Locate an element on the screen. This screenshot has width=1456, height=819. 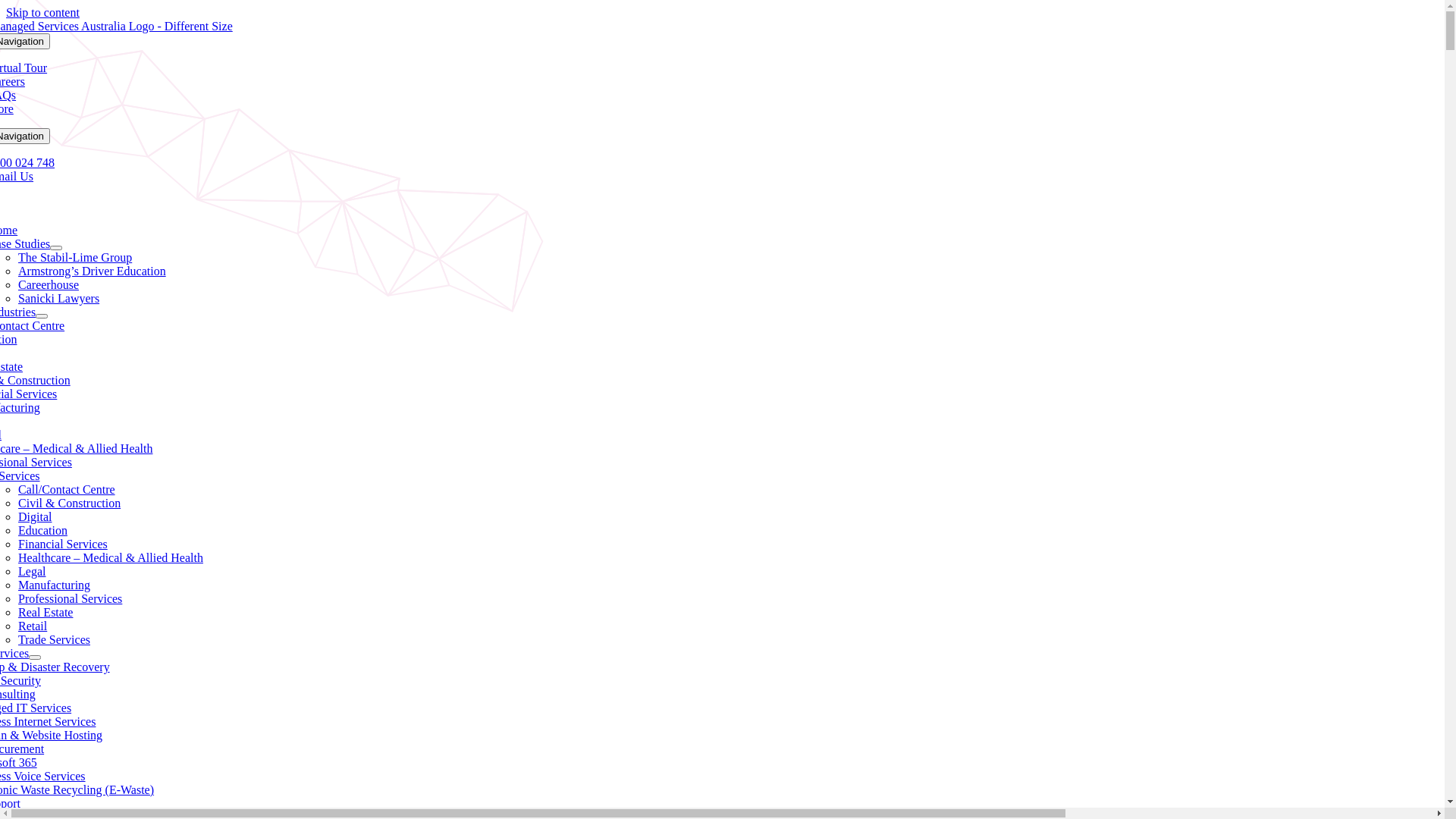
'Civil & Construction' is located at coordinates (68, 503).